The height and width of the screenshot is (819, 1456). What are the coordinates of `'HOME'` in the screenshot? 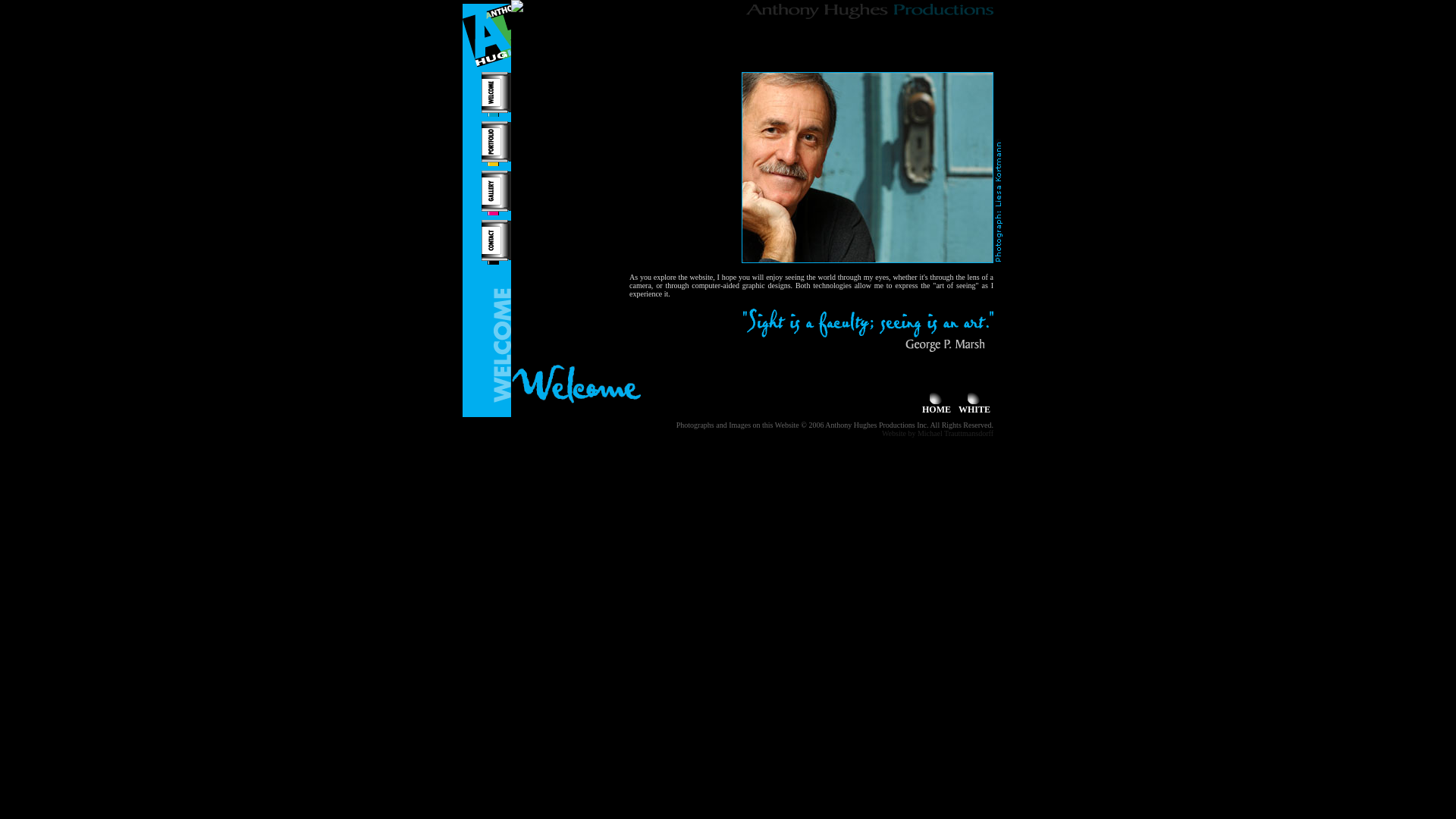 It's located at (935, 404).